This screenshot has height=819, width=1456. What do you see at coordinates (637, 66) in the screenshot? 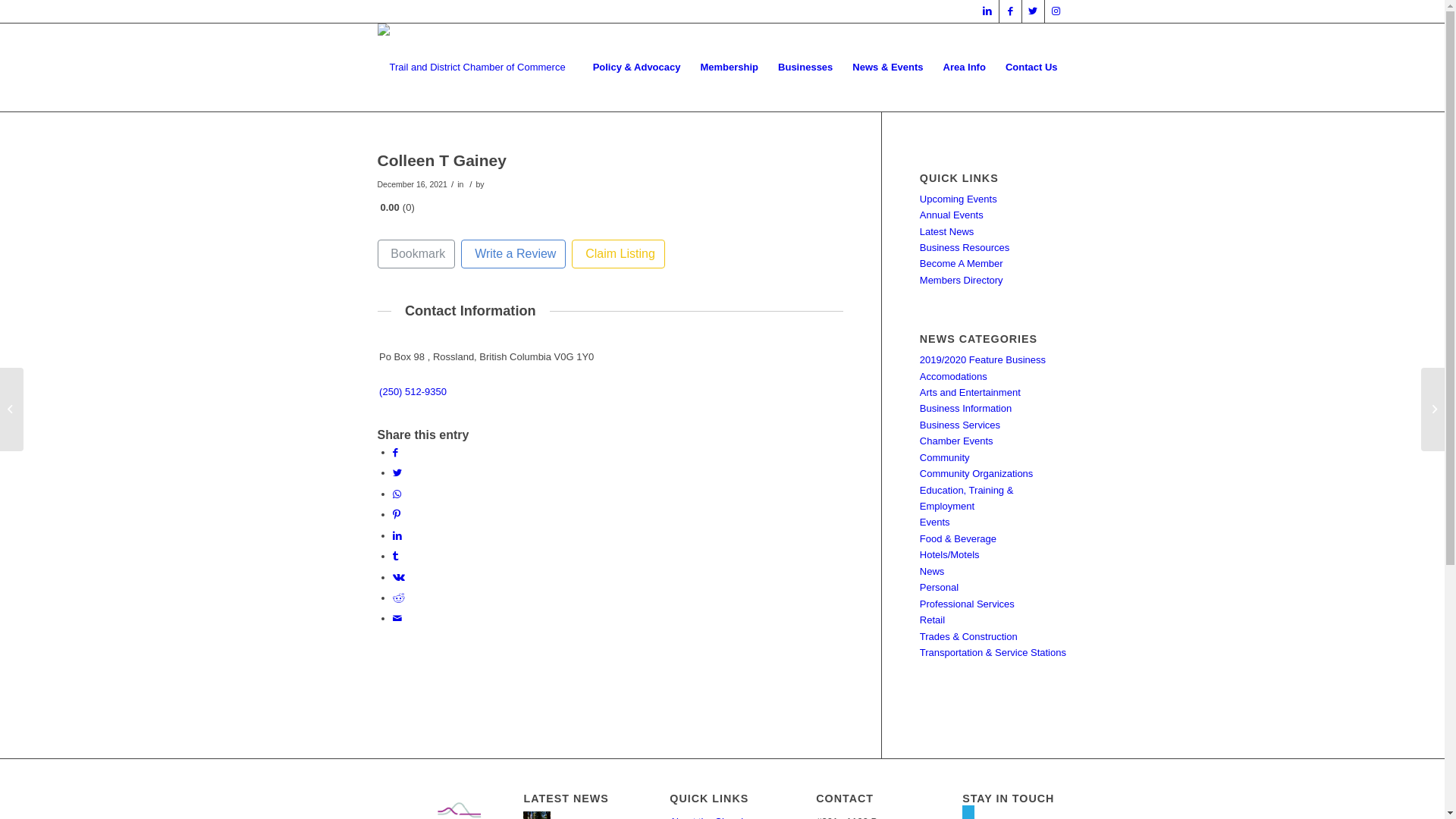
I see `'Policy & Advocacy'` at bounding box center [637, 66].